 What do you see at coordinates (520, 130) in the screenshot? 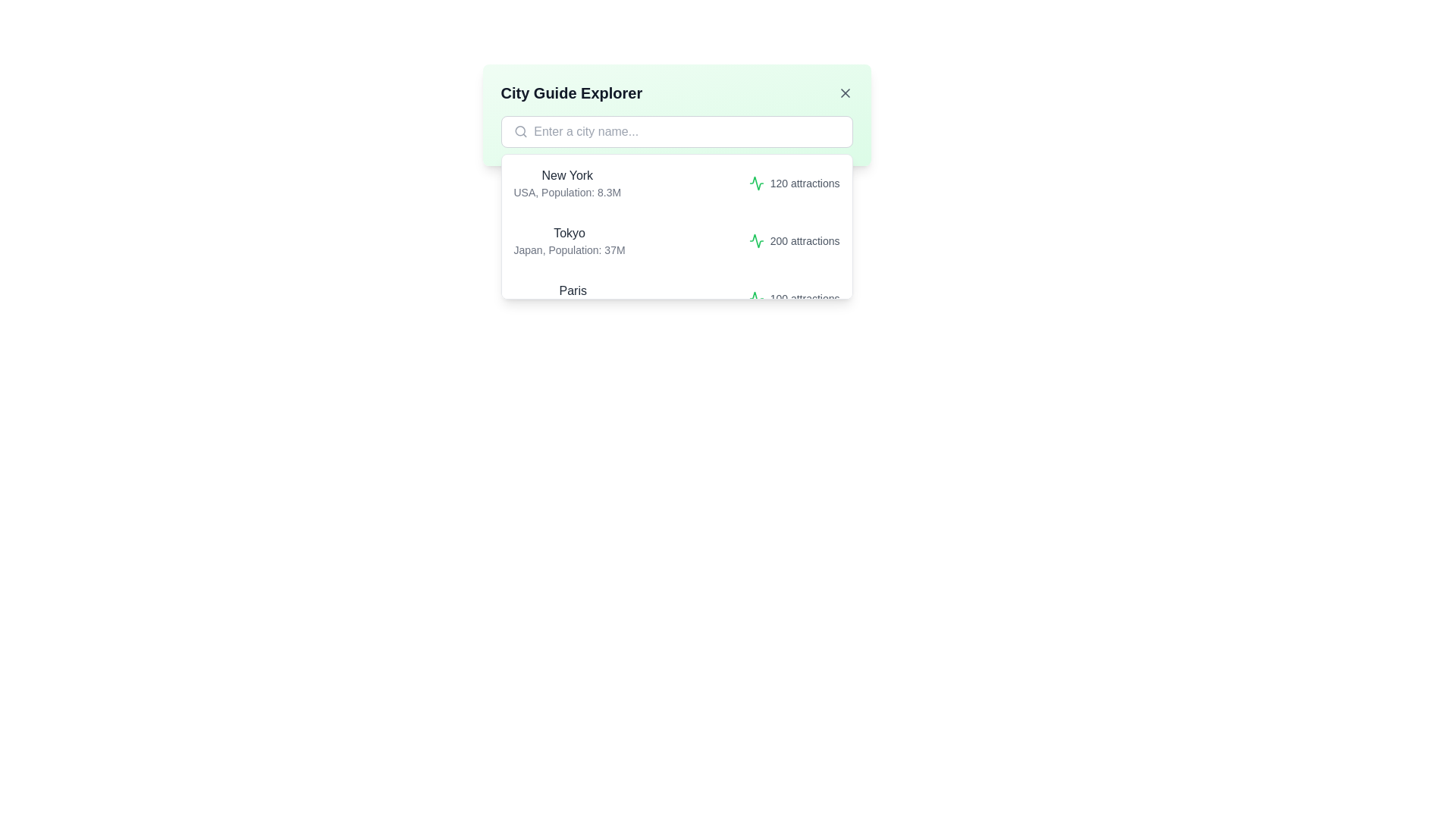
I see `the hollow circular icon element located in the search bar of the 'City Guide Explorer' panel` at bounding box center [520, 130].